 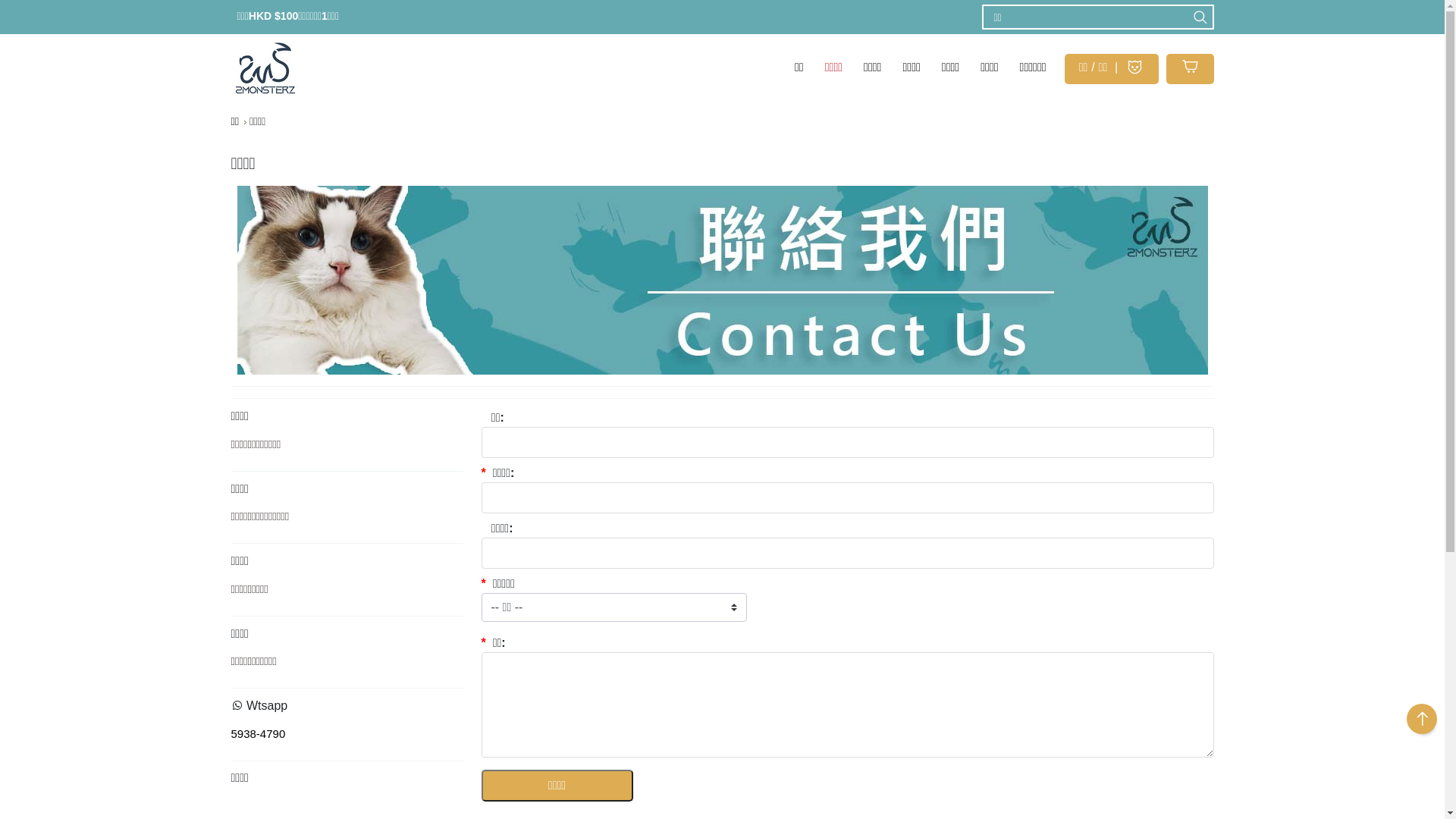 I want to click on '5938-4790', so click(x=258, y=733).